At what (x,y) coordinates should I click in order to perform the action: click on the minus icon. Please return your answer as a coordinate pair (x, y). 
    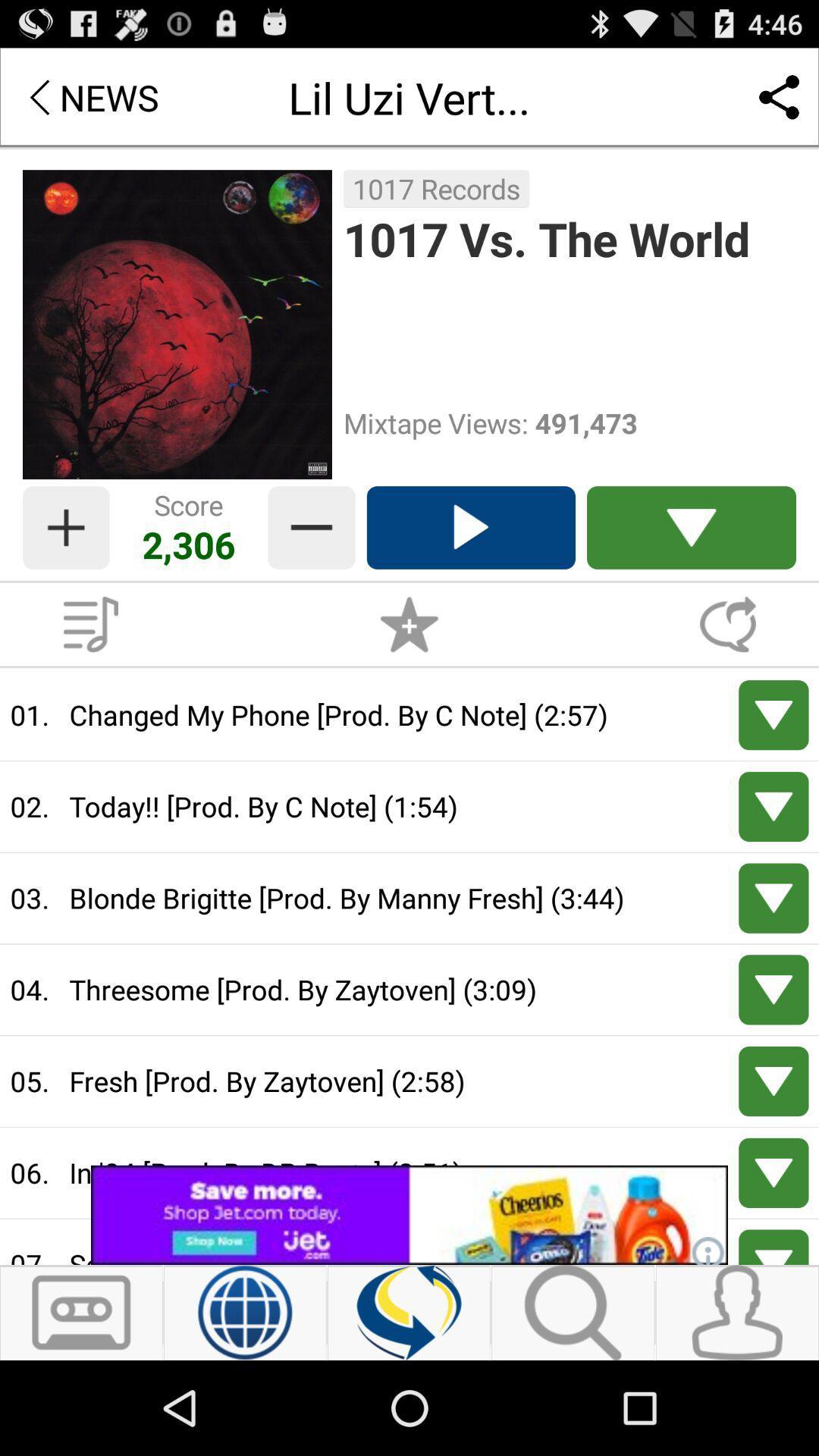
    Looking at the image, I should click on (311, 563).